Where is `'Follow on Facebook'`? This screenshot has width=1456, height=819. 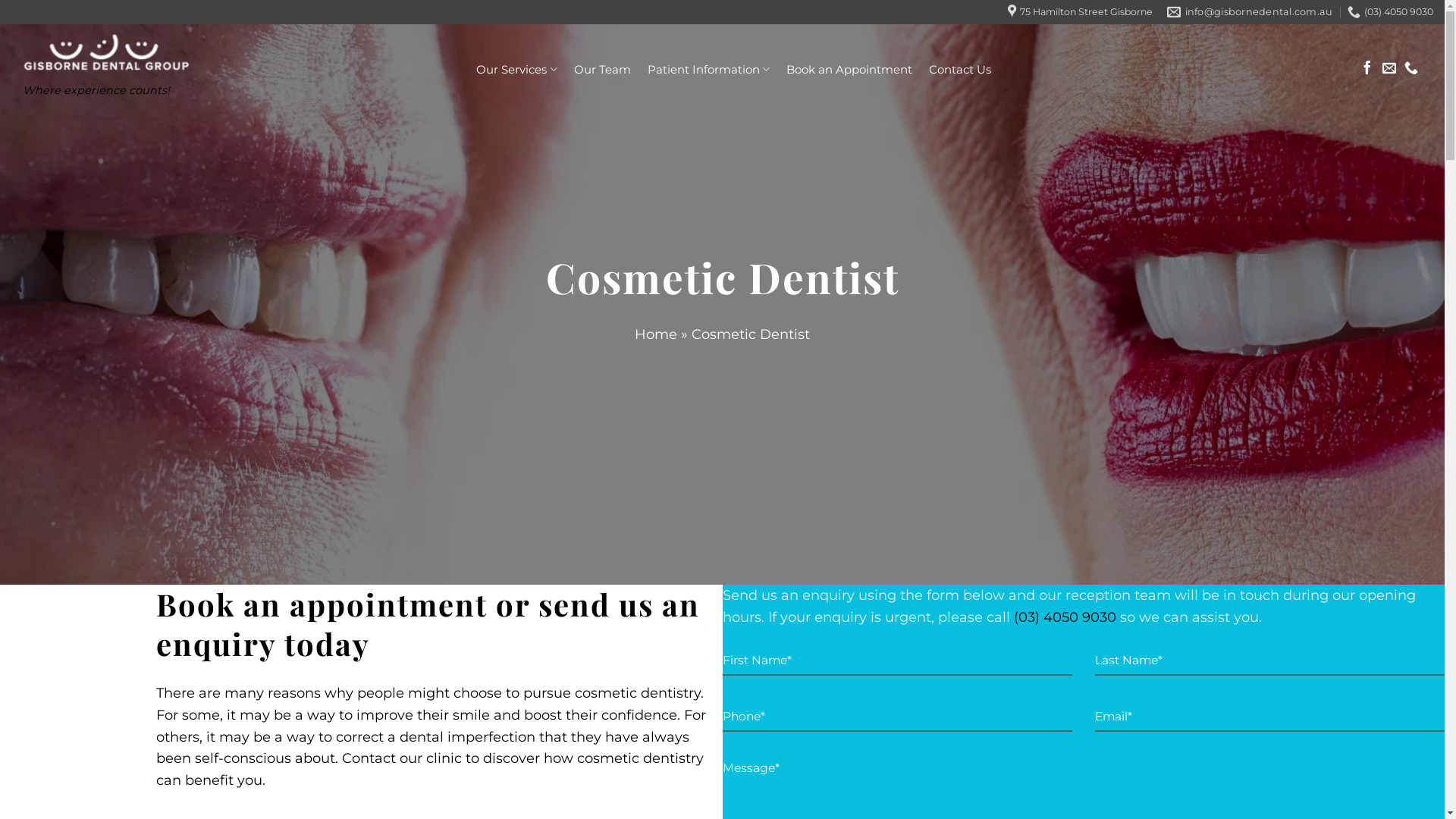 'Follow on Facebook' is located at coordinates (1367, 69).